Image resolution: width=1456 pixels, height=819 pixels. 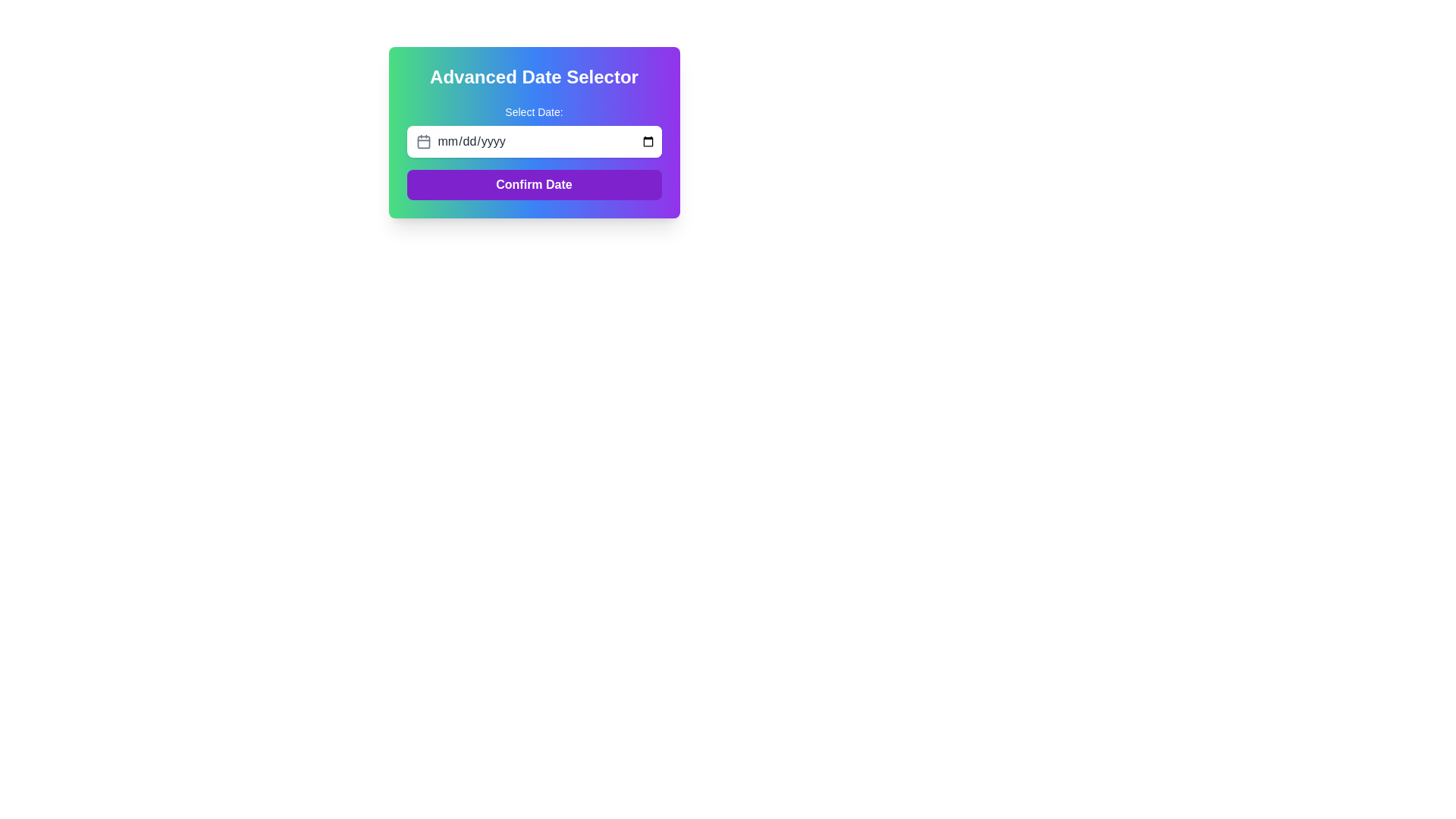 I want to click on the rounded rectangle within the calendar icon located to the left of the date input field labeled 'mm/dd/yyyy', so click(x=423, y=142).